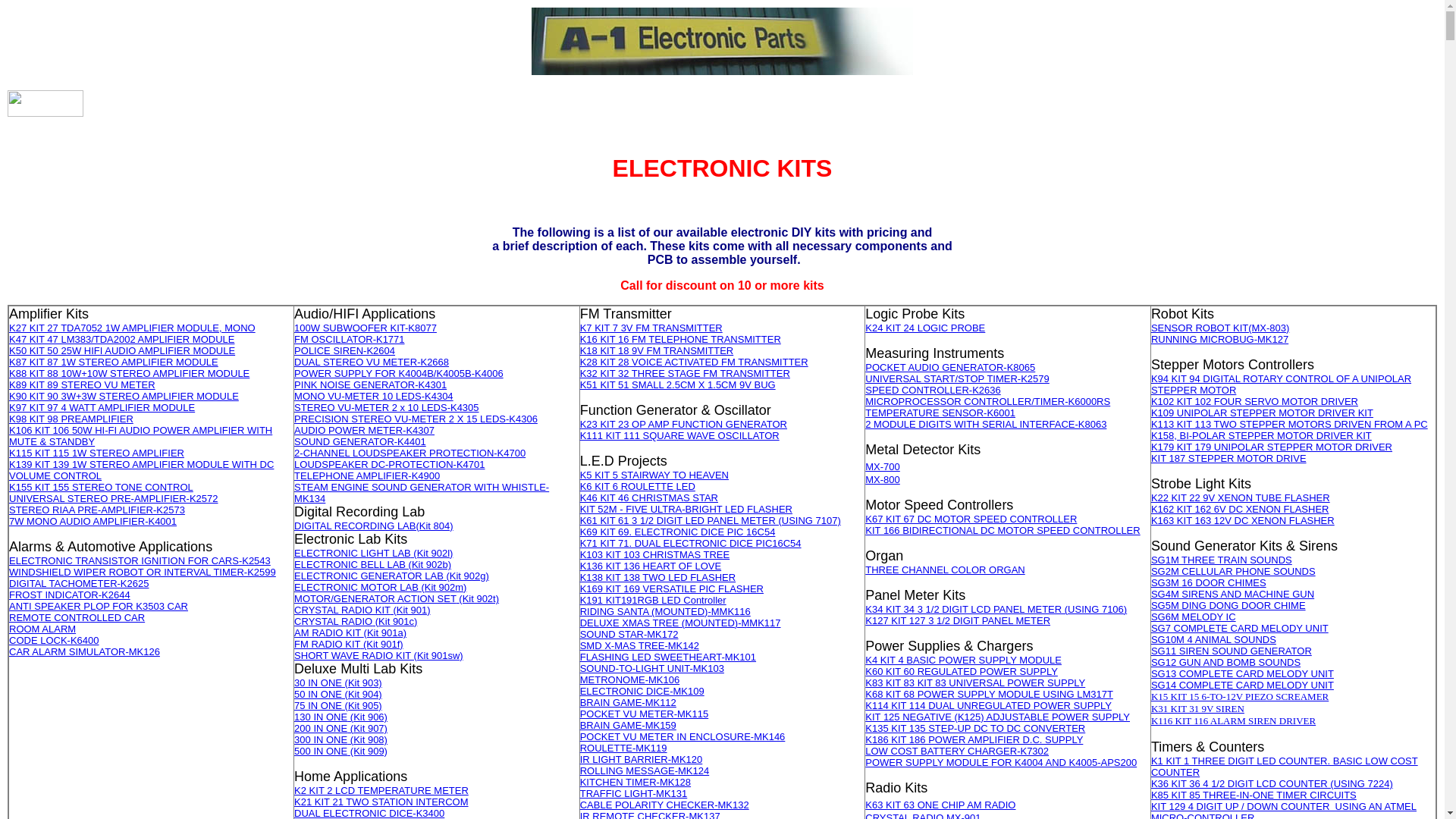 Image resolution: width=1456 pixels, height=819 pixels. Describe the element at coordinates (359, 441) in the screenshot. I see `'SOUND GENERATOR-K4401'` at that location.